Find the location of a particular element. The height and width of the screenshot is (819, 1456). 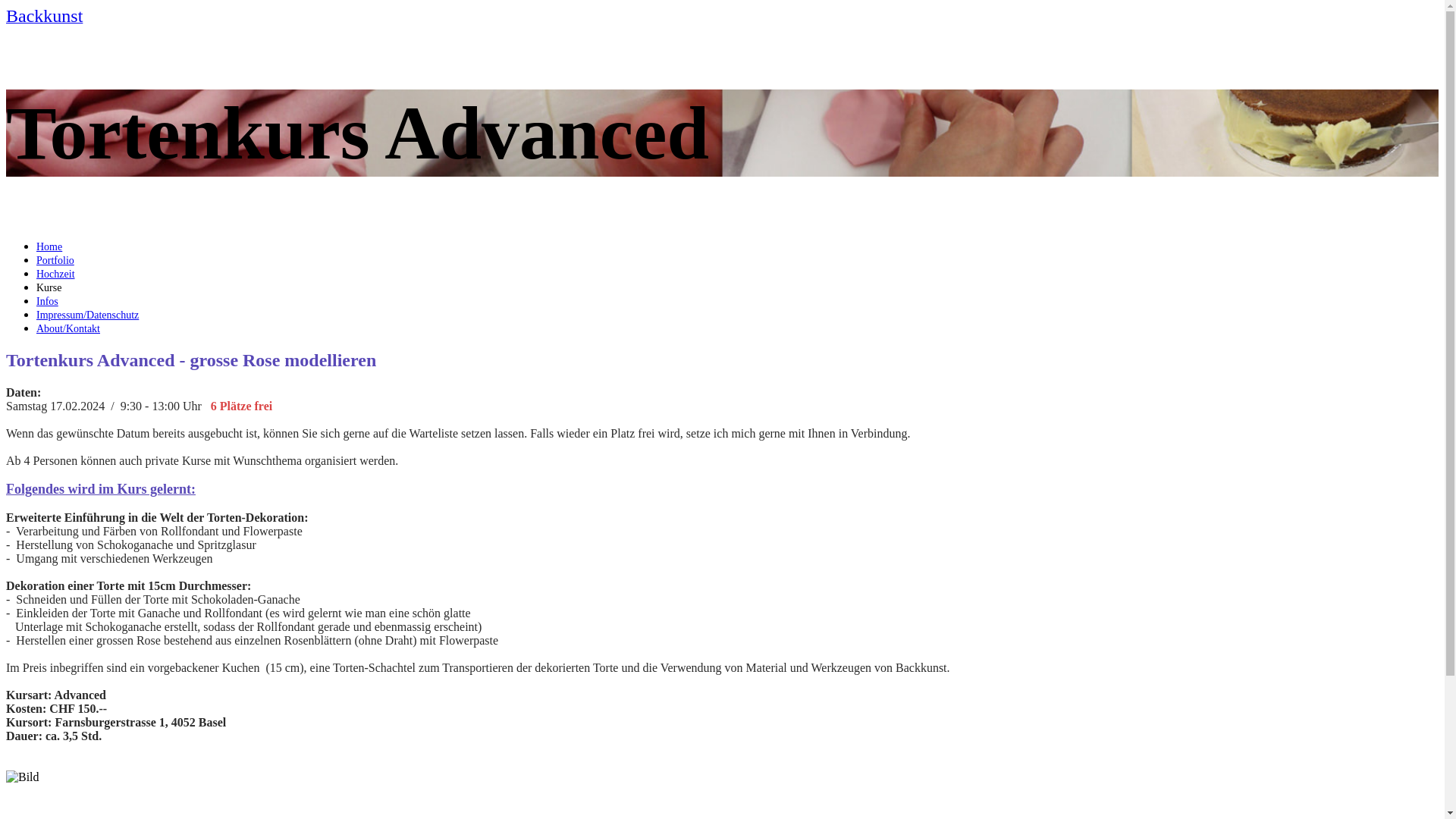

'Backkunst' is located at coordinates (6, 17).